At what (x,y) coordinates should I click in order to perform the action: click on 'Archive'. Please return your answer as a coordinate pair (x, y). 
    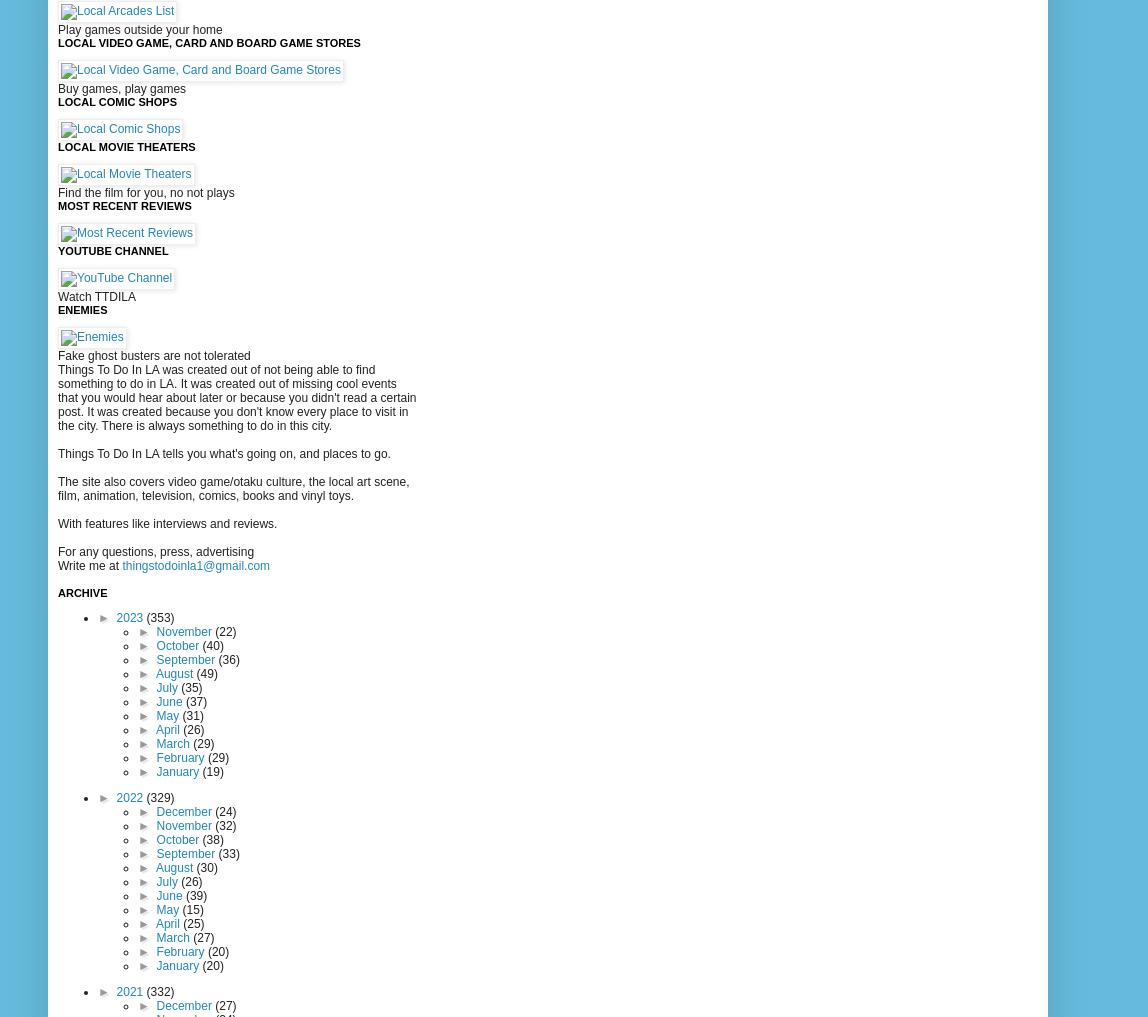
    Looking at the image, I should click on (82, 590).